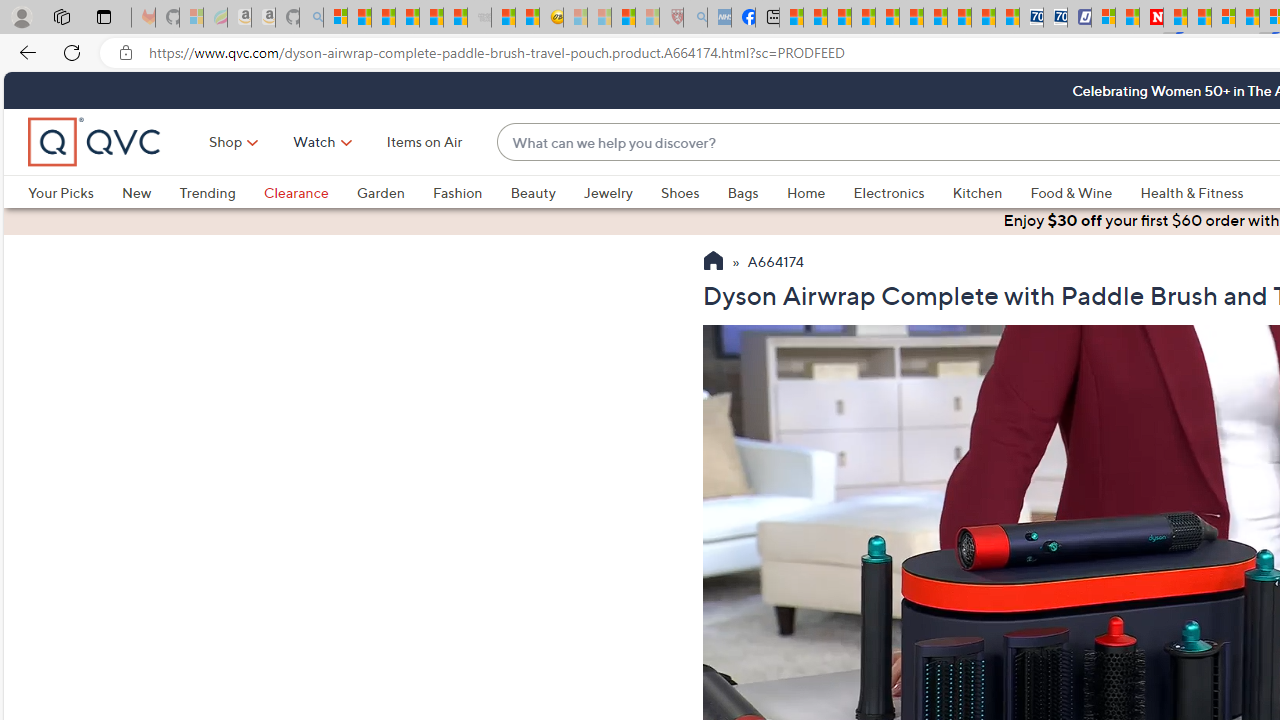 The width and height of the screenshot is (1280, 720). What do you see at coordinates (207, 192) in the screenshot?
I see `'Trending'` at bounding box center [207, 192].